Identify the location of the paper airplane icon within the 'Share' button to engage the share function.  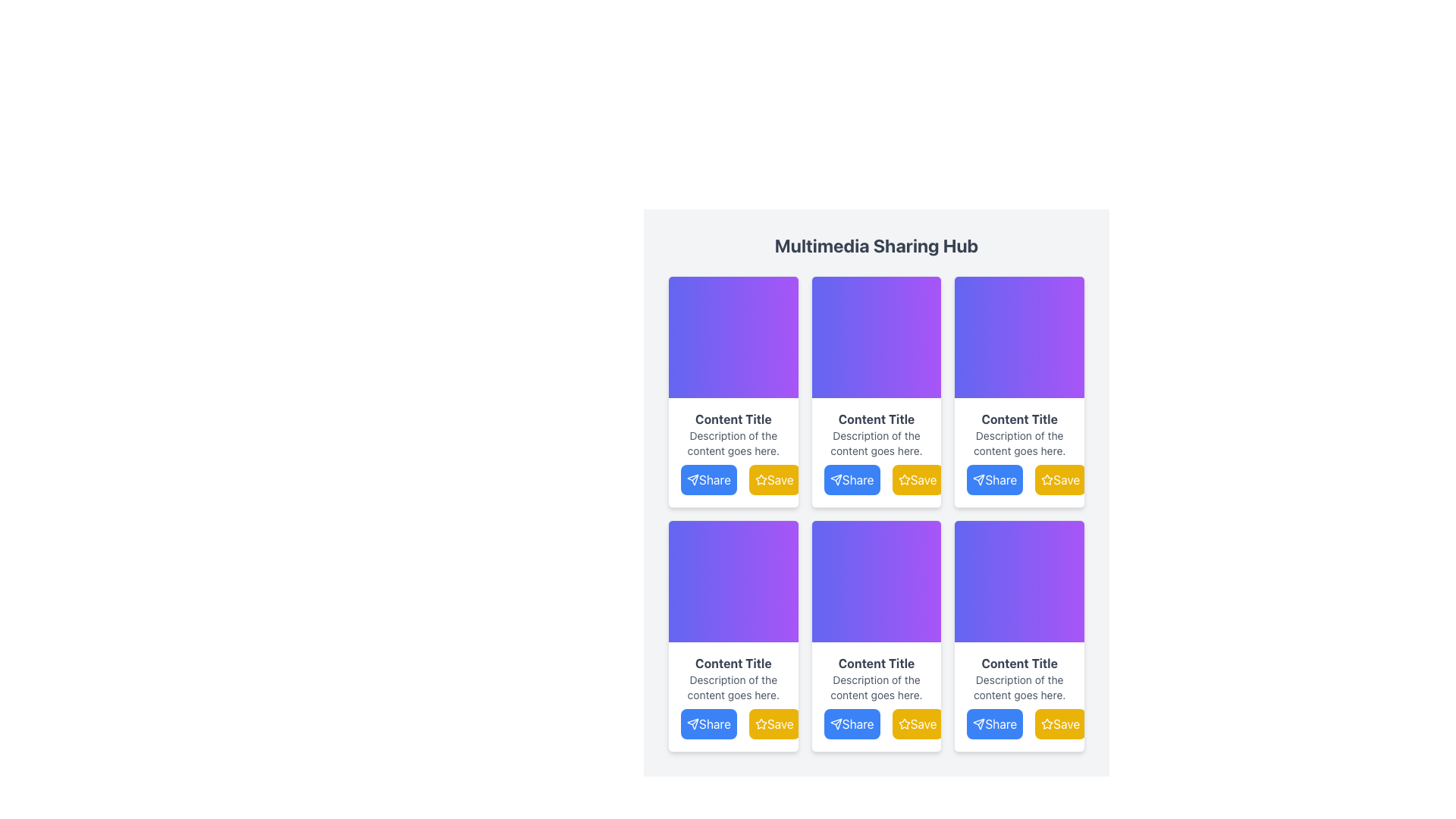
(979, 723).